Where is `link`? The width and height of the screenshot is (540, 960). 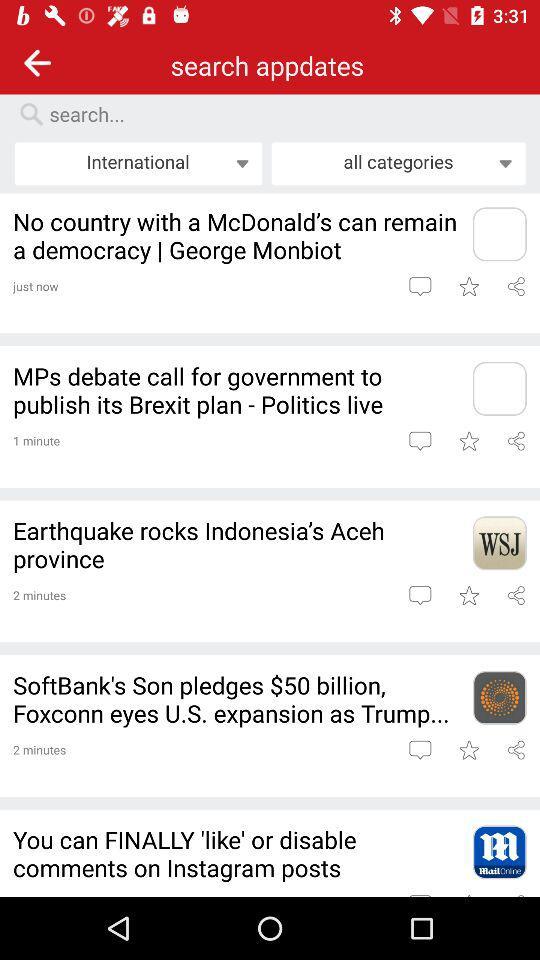 link is located at coordinates (516, 285).